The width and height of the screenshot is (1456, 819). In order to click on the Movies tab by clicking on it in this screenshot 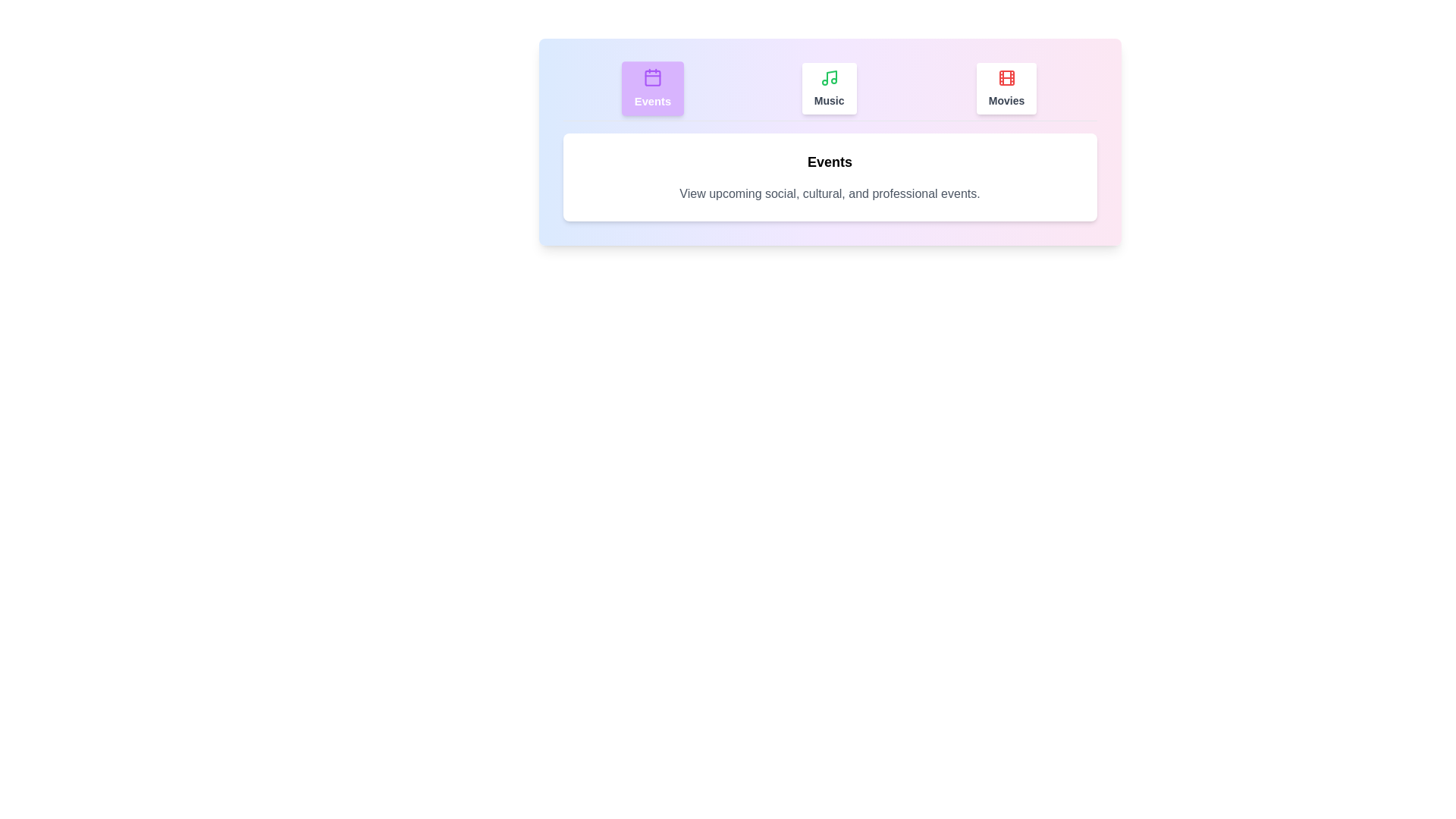, I will do `click(1006, 88)`.